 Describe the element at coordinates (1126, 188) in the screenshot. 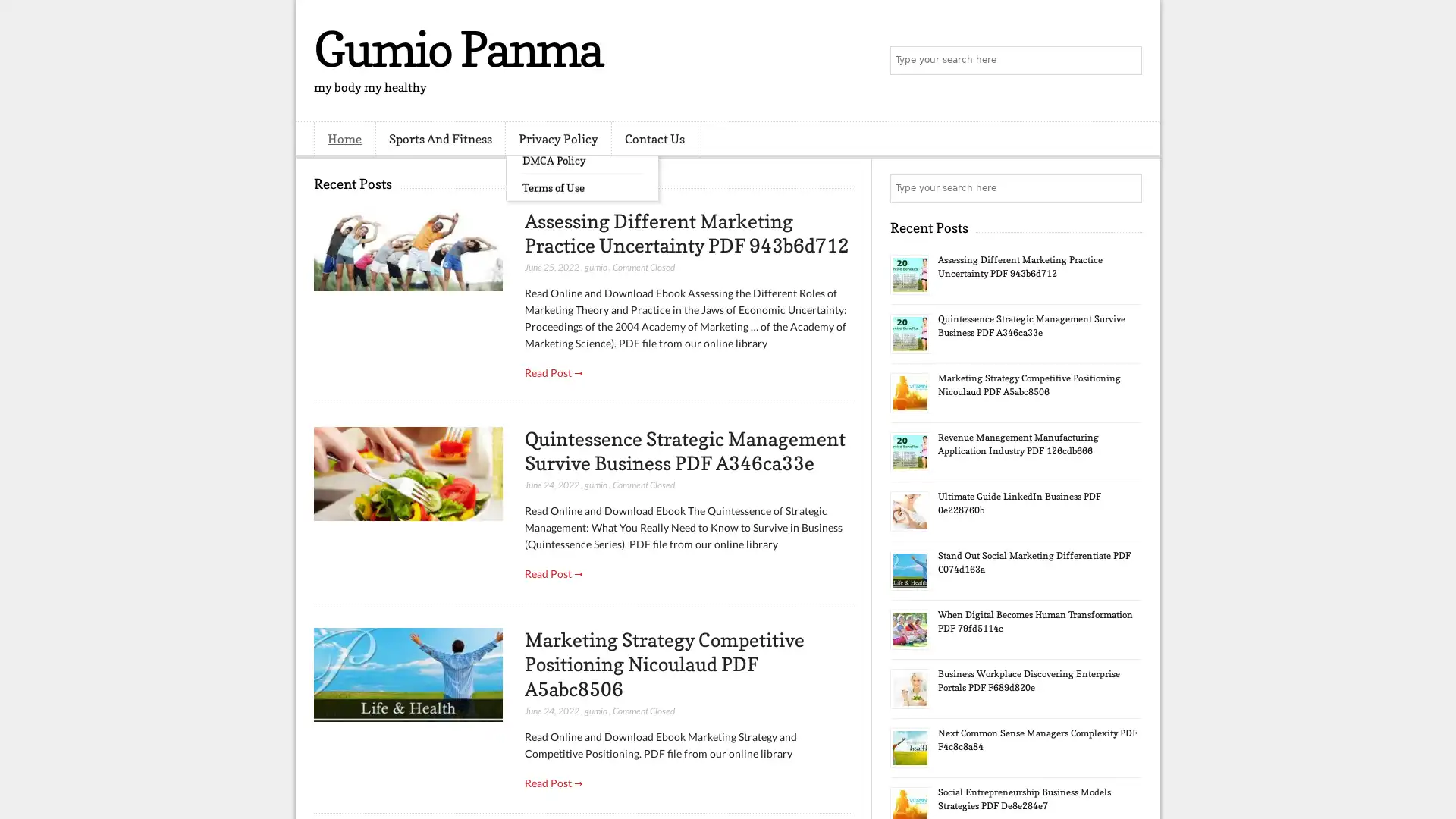

I see `Search` at that location.